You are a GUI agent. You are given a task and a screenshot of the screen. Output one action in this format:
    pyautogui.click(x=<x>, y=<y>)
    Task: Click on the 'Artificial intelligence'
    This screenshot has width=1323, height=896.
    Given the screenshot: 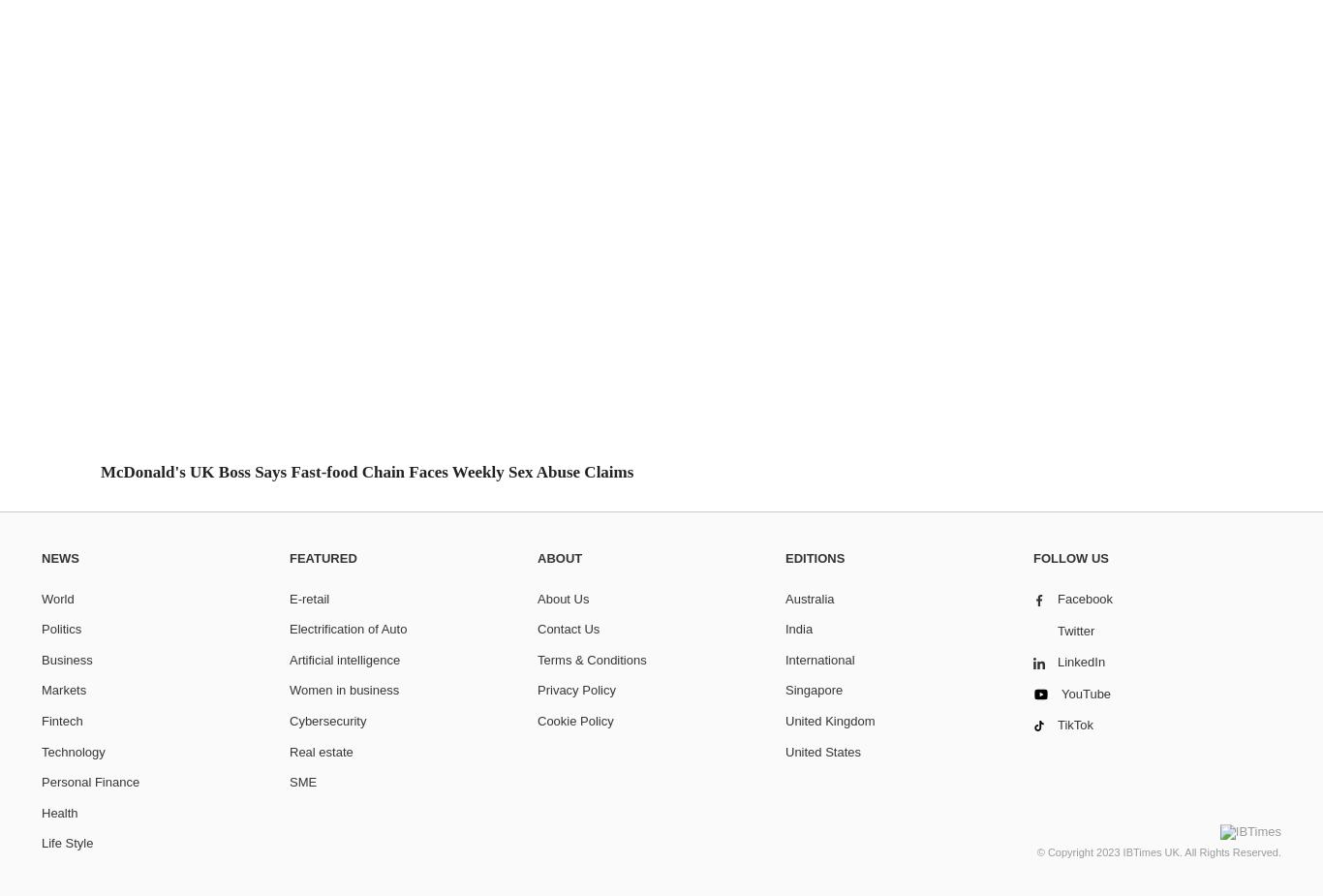 What is the action you would take?
    pyautogui.click(x=290, y=659)
    